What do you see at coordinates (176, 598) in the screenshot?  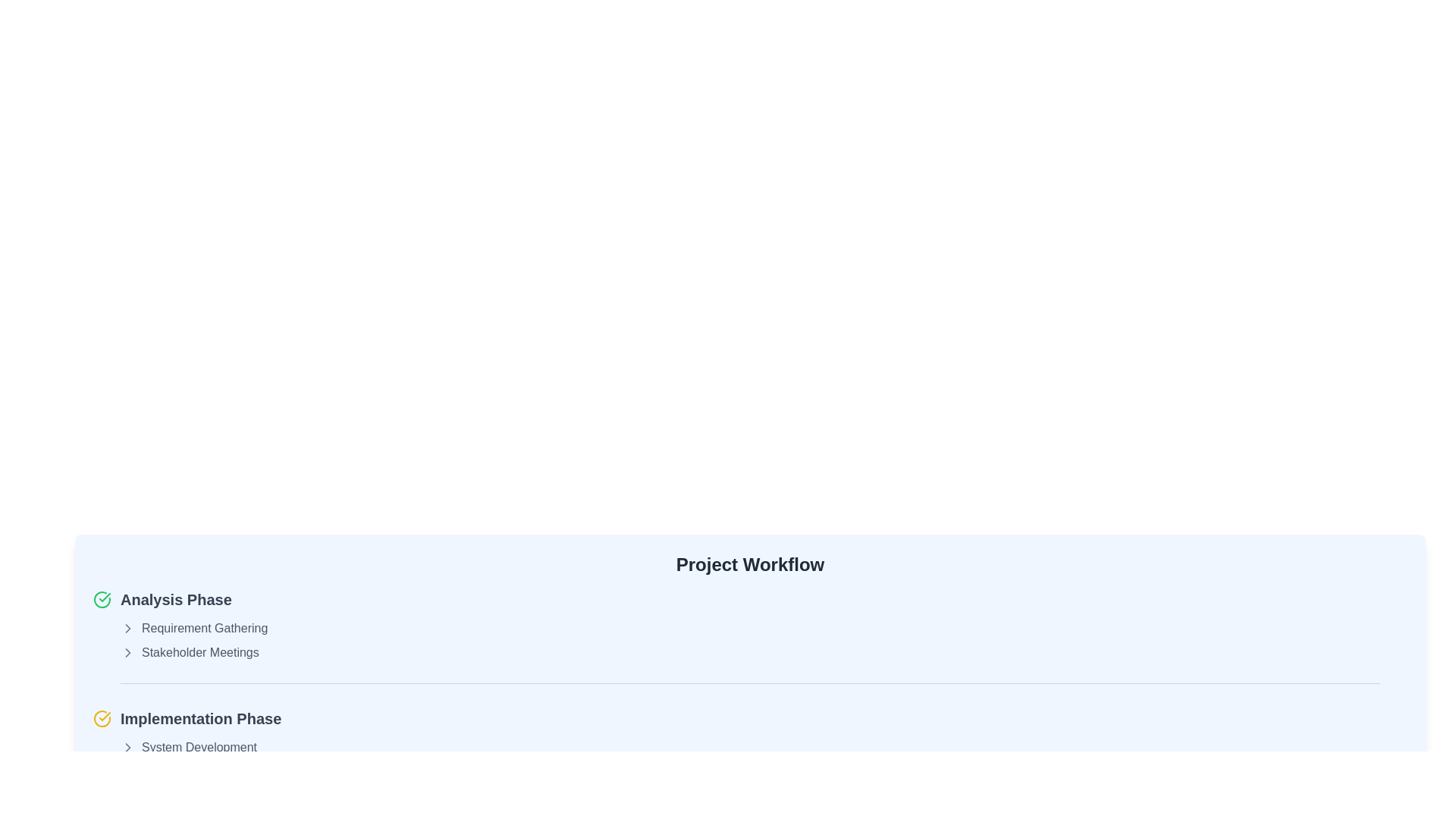 I see `text label indicating the current phase of the project workflow, which displays 'Analysis Phase'` at bounding box center [176, 598].